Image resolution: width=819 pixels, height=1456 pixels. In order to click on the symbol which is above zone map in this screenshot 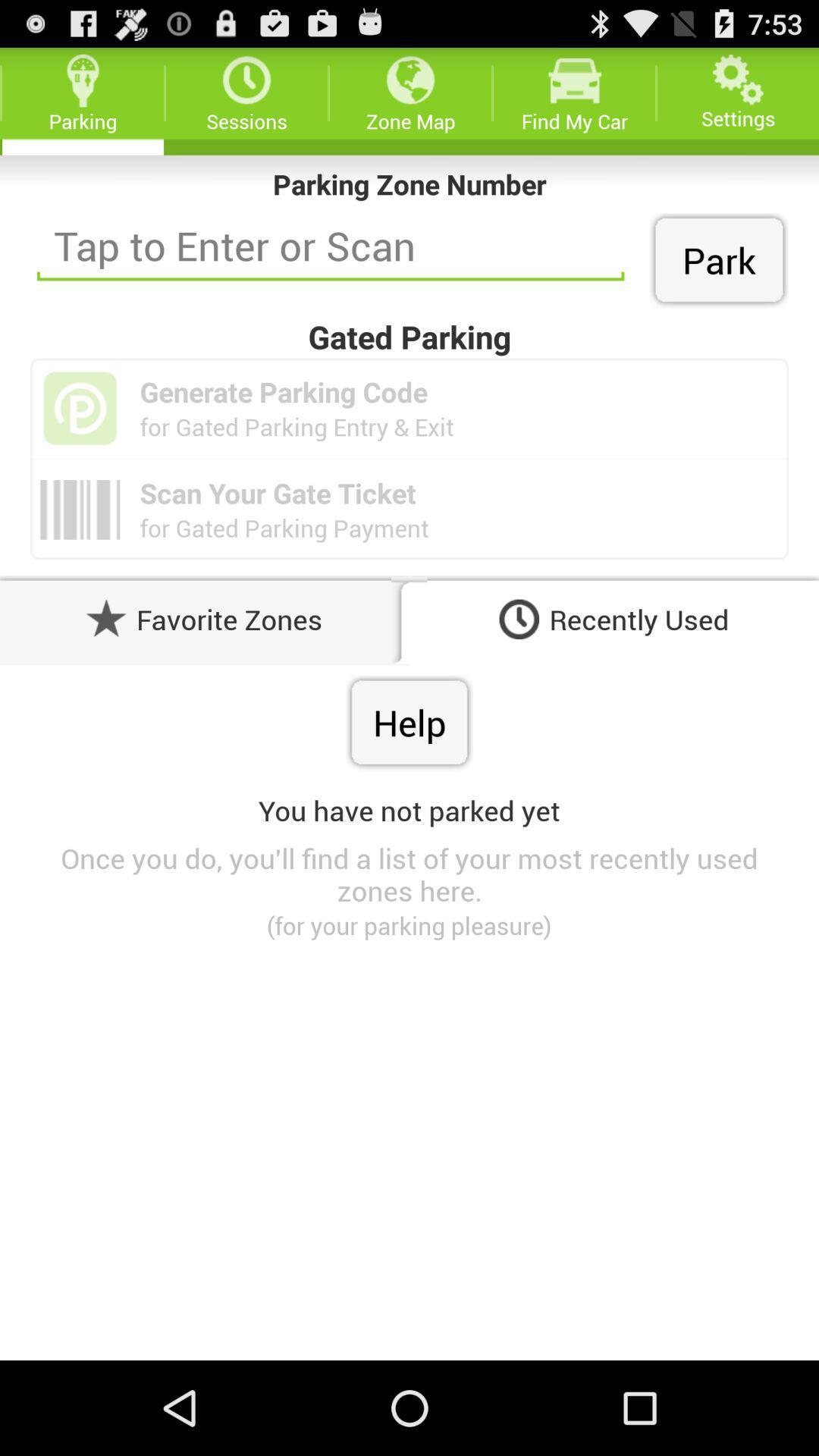, I will do `click(410, 79)`.